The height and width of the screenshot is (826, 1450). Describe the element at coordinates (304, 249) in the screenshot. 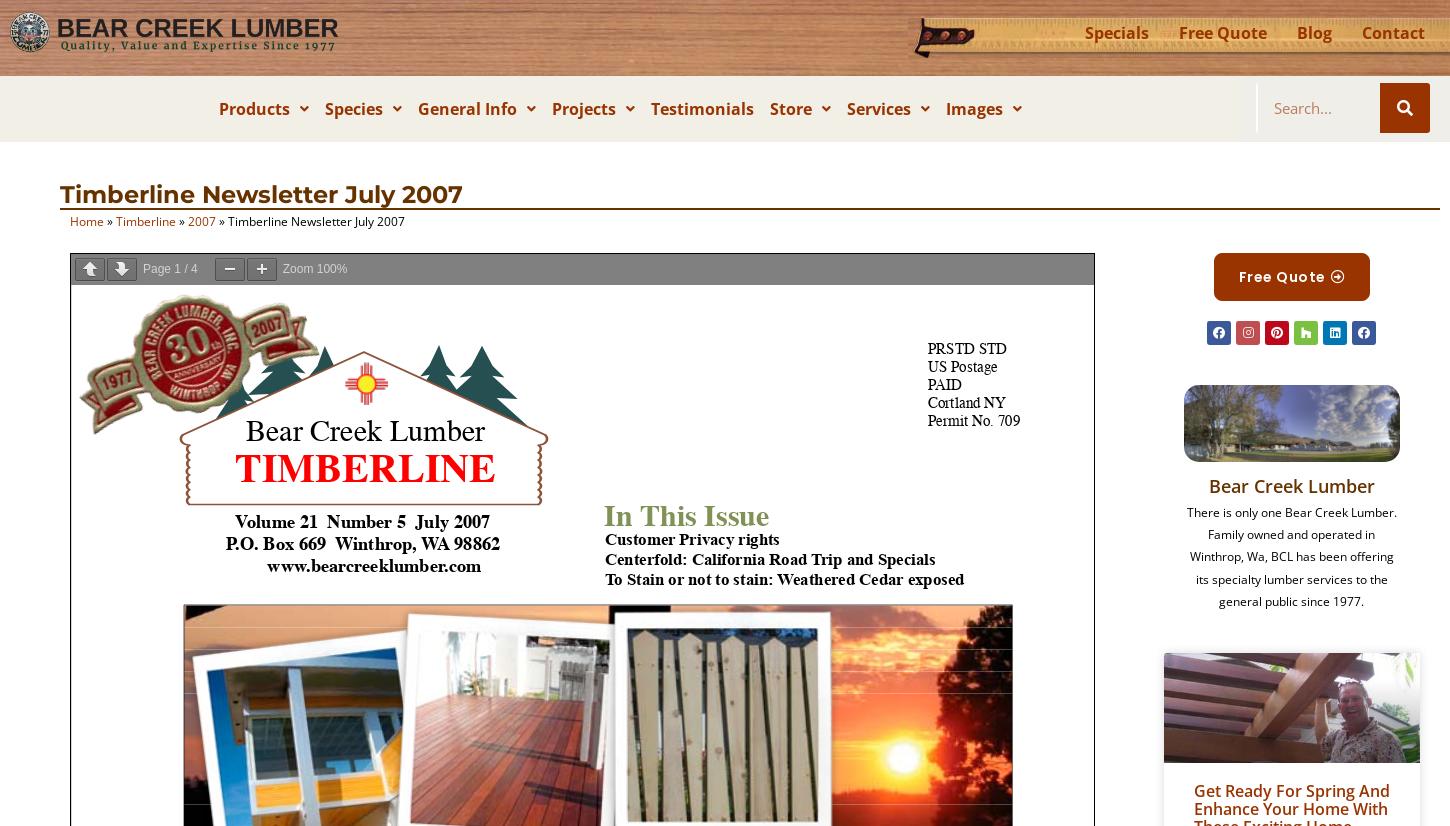

I see `'Ceiling Paneling'` at that location.